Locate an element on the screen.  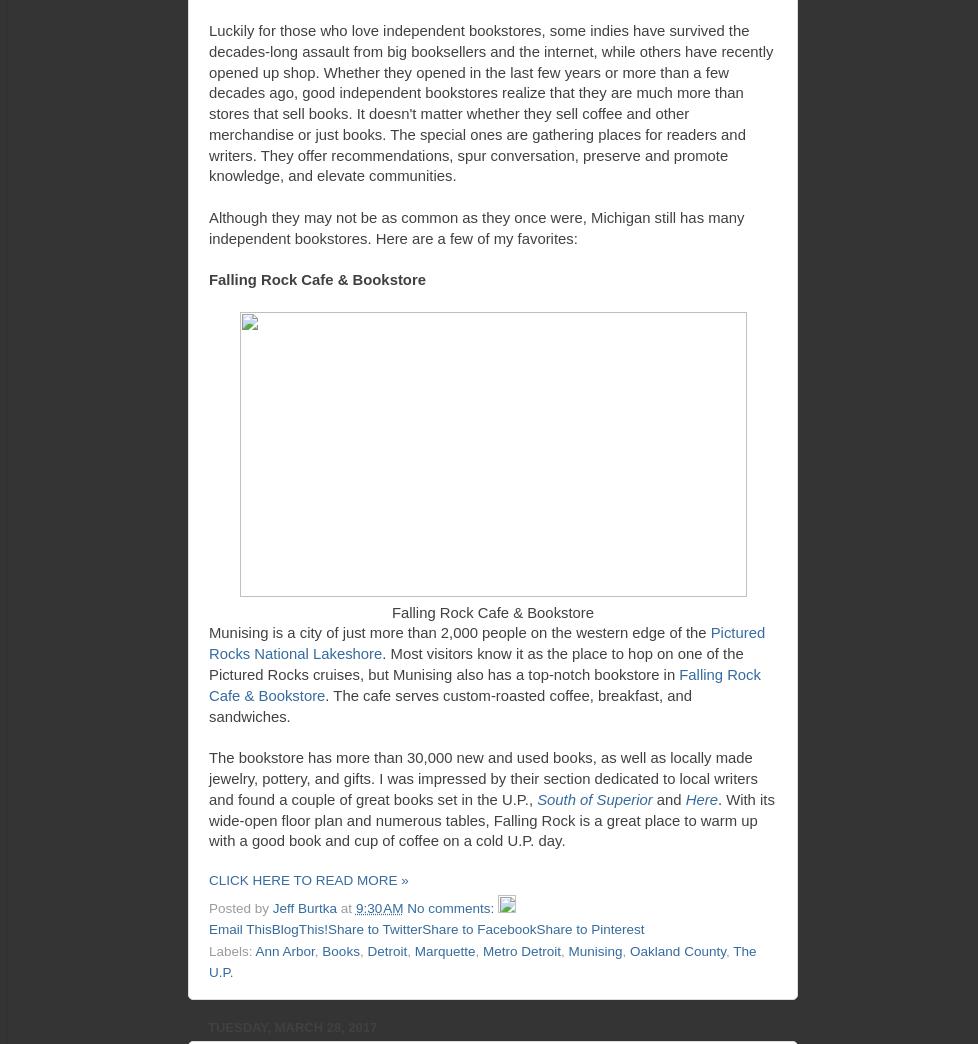
'Labels:' is located at coordinates (231, 949).